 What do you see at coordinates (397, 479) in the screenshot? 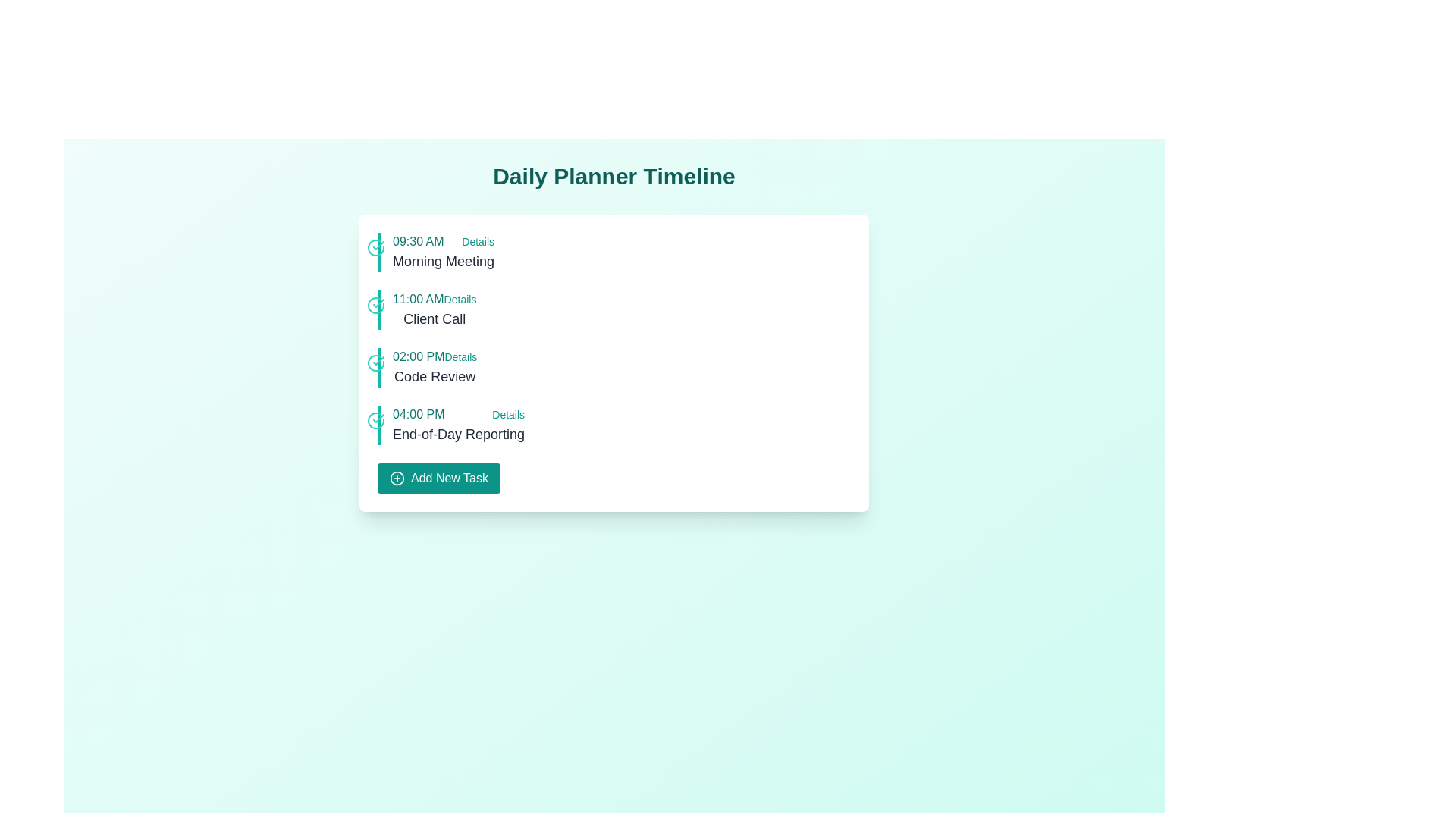
I see `the circular 'plus' icon with a teal border and white fill, located within the green rectangular button labeled 'Add New Task'` at bounding box center [397, 479].